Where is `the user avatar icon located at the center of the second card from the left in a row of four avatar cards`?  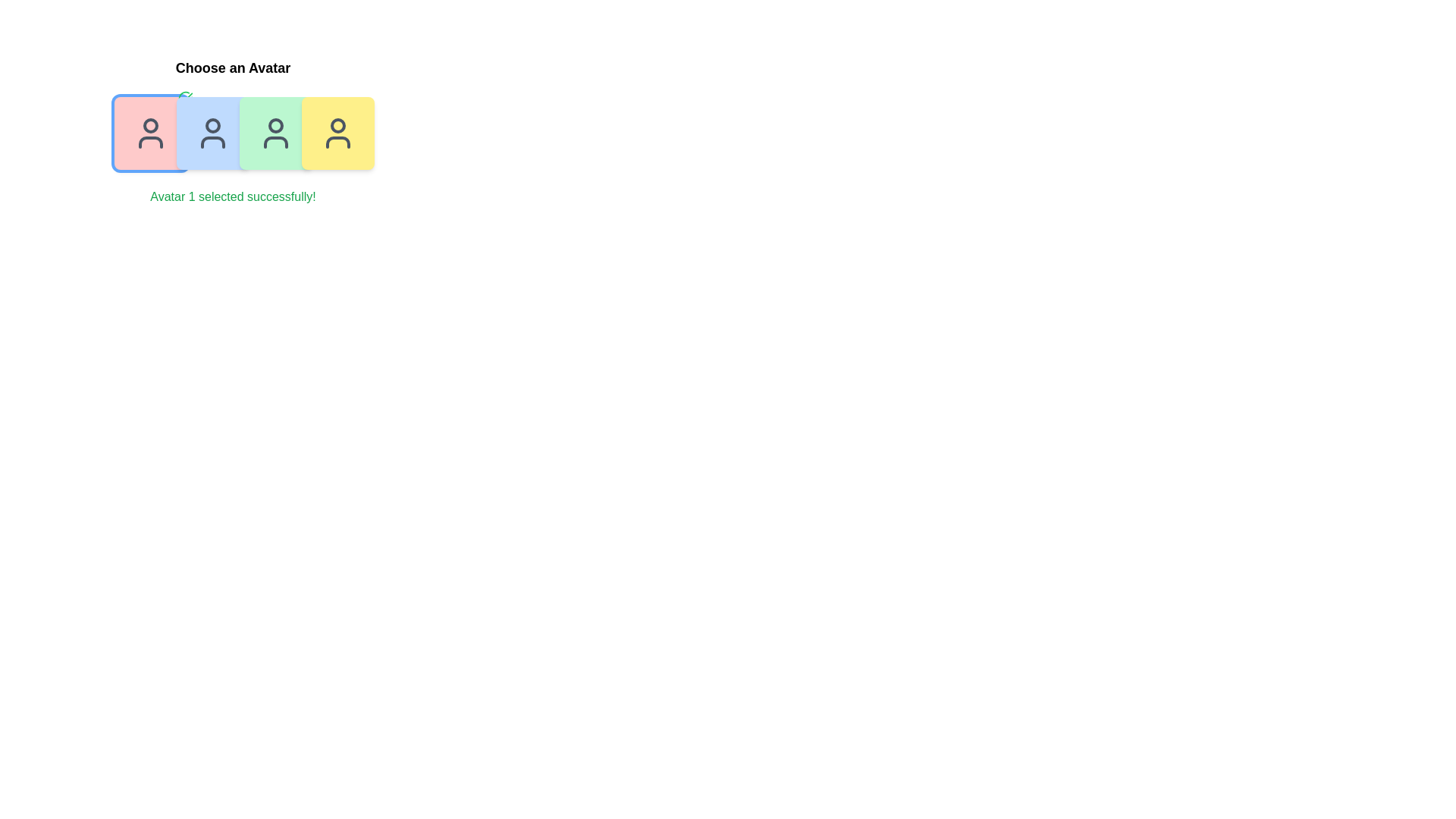
the user avatar icon located at the center of the second card from the left in a row of four avatar cards is located at coordinates (212, 133).